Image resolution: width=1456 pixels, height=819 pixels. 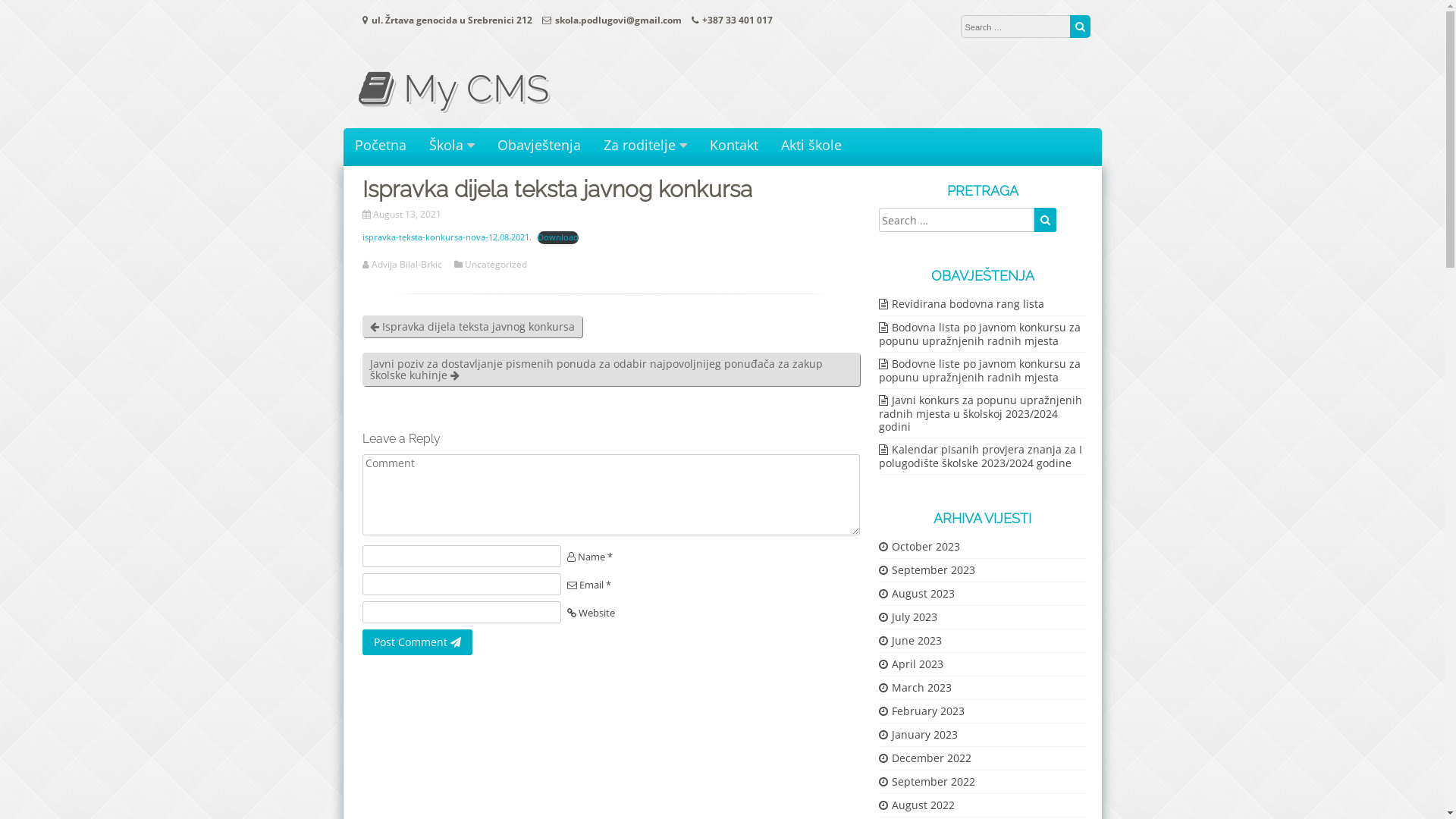 I want to click on 'September 2023', so click(x=925, y=570).